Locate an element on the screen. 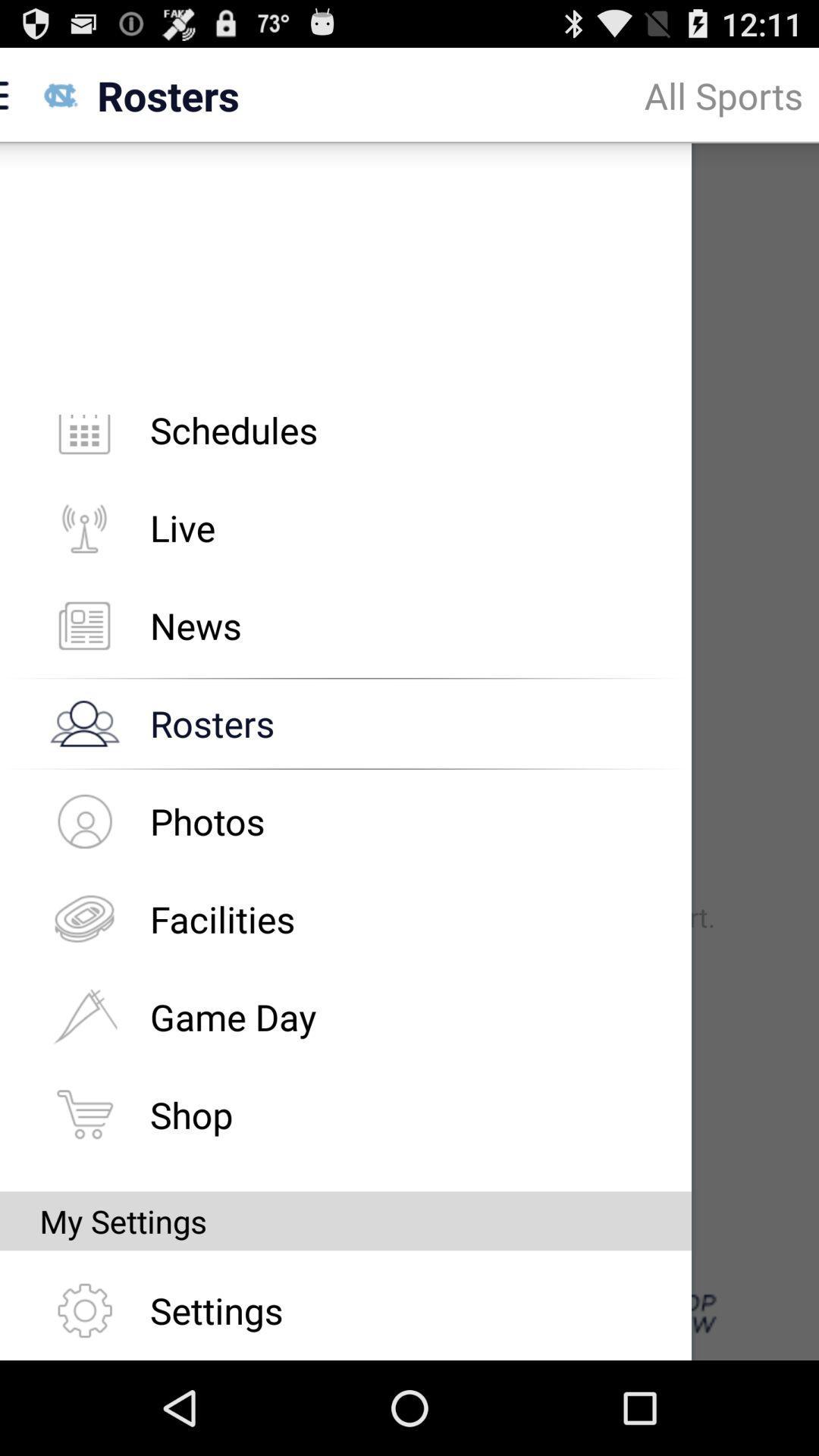 This screenshot has width=819, height=1456. the icon beside schedules is located at coordinates (84, 439).